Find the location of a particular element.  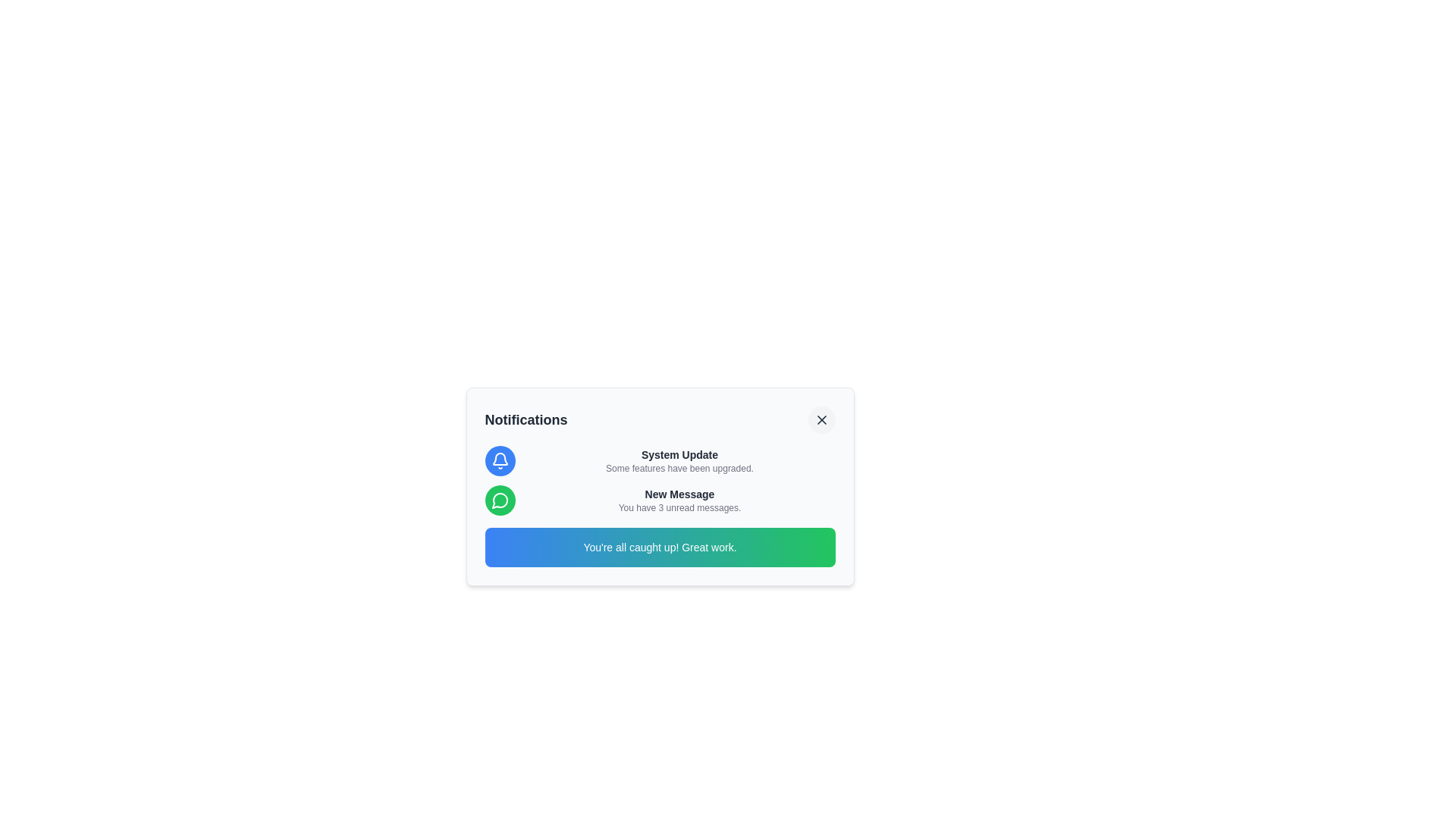

text element that informs the user about the system update, specifically stating 'Some features have been upgraded.' This text is located below the 'System Update' label in the notifications section is located at coordinates (679, 467).